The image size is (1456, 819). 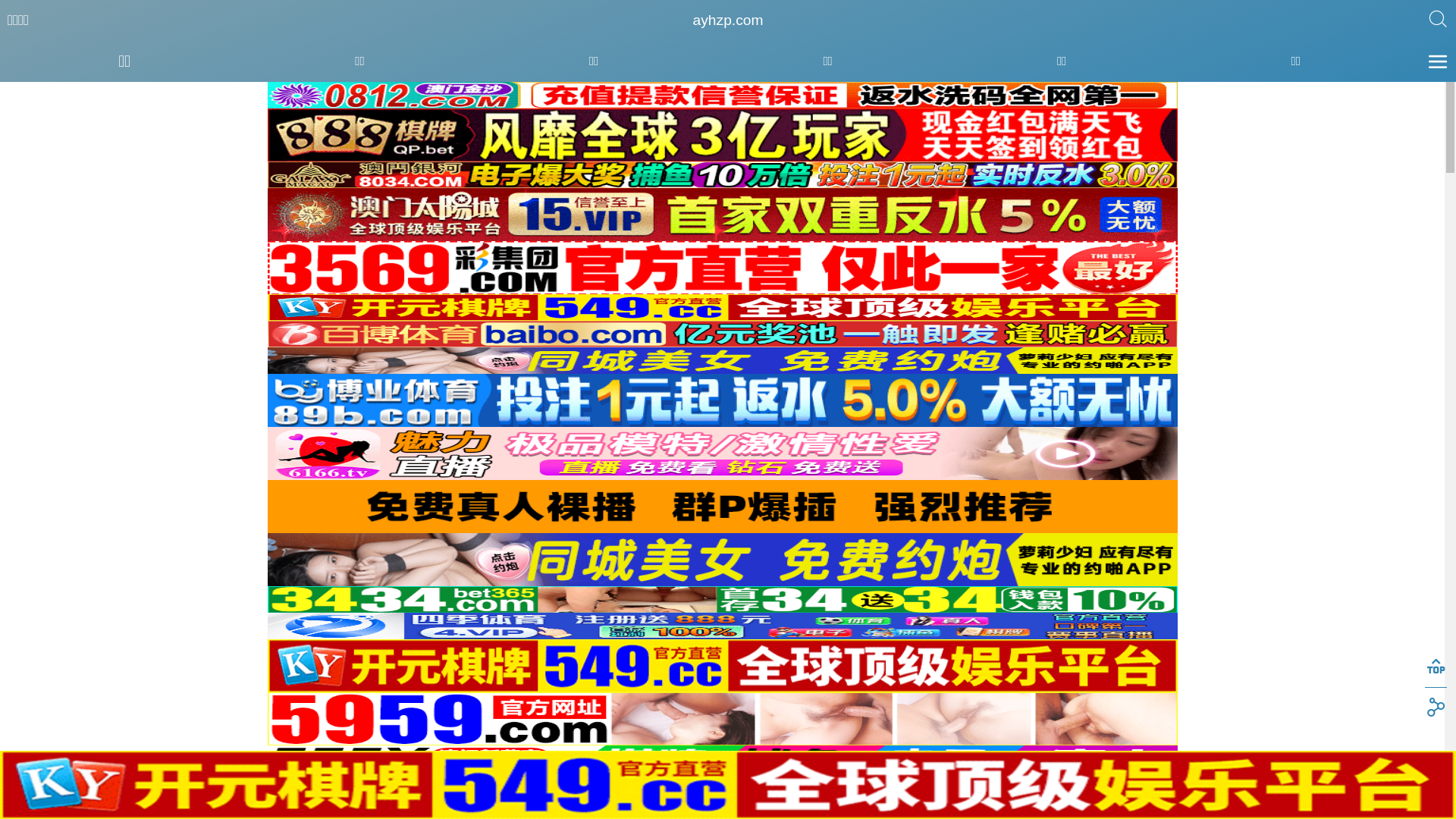 I want to click on 'ayhzp.com', so click(x=728, y=20).